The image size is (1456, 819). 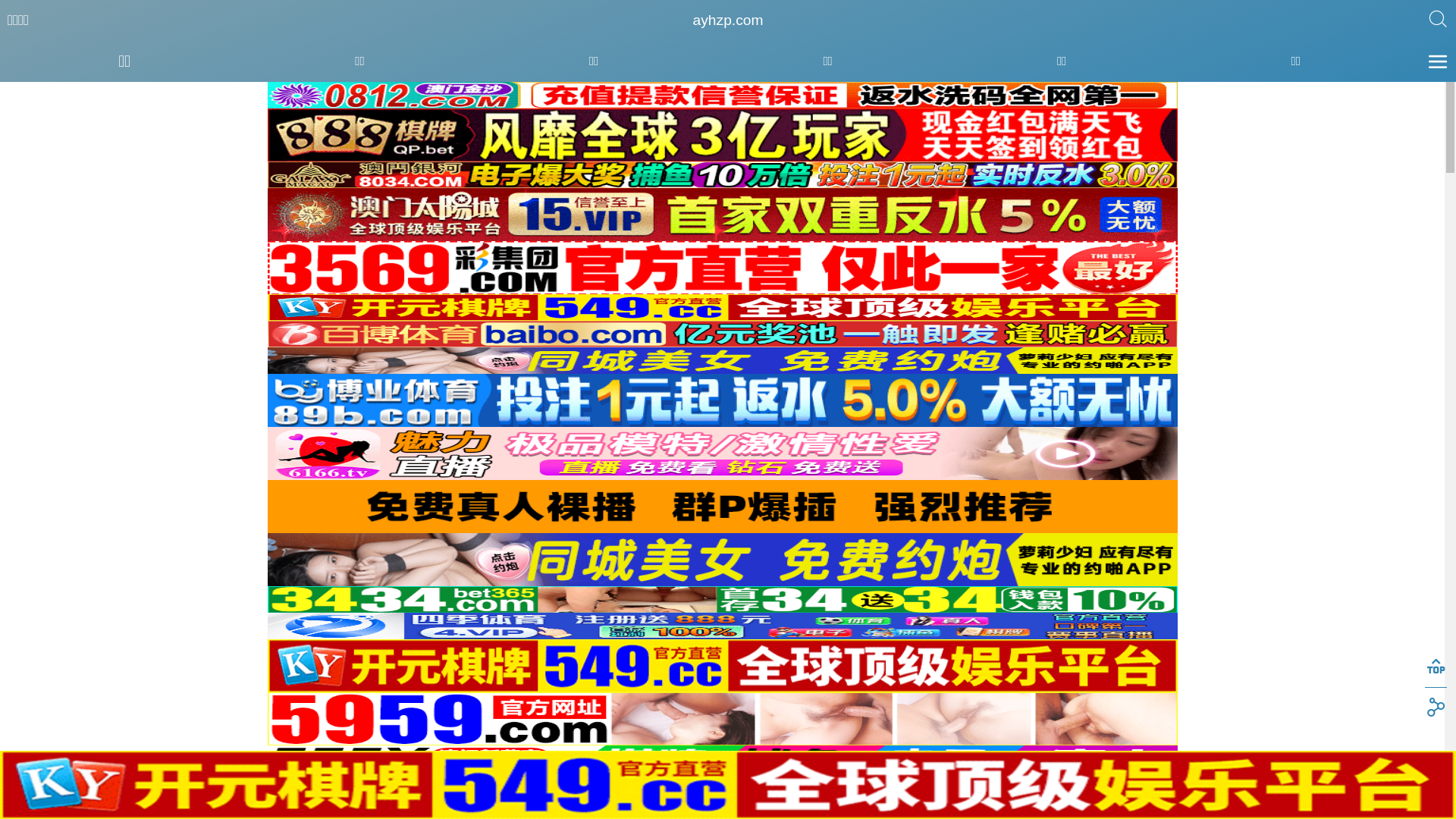 I want to click on 'ayhzp.com', so click(x=728, y=20).